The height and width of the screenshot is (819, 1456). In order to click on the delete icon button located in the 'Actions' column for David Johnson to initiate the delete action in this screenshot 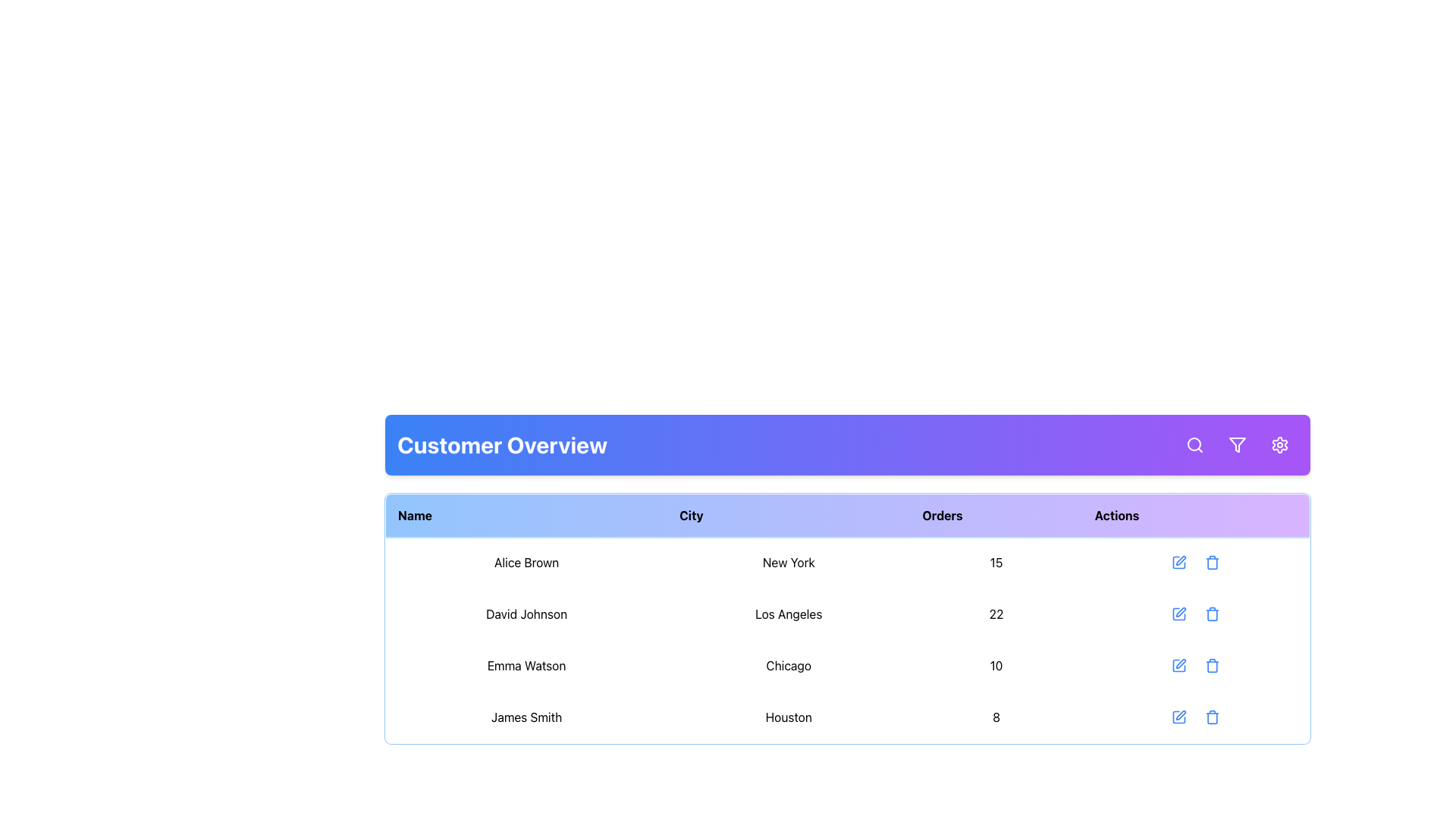, I will do `click(1212, 614)`.